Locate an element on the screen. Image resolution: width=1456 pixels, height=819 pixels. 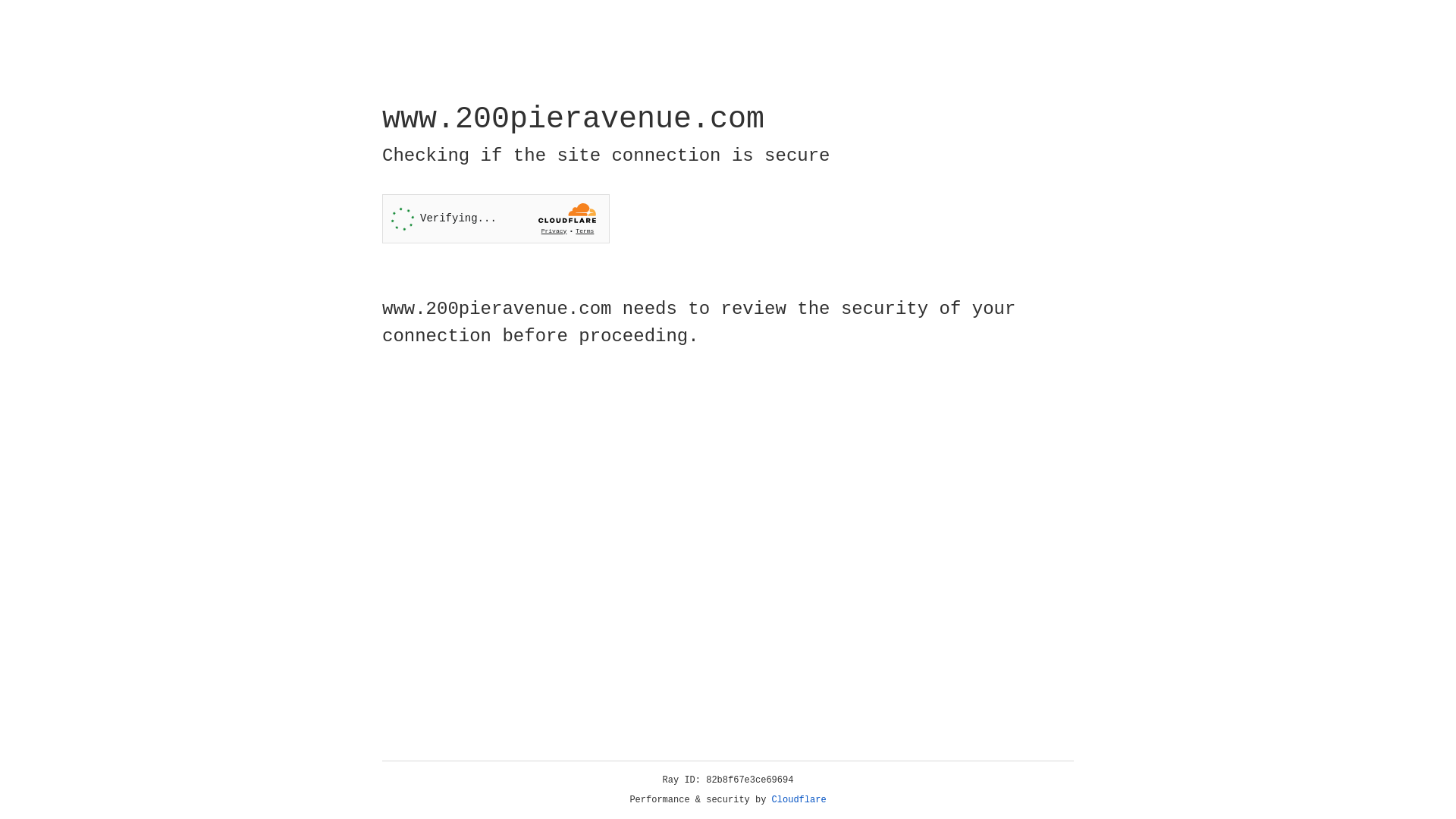
'Cloudflare' is located at coordinates (799, 799).